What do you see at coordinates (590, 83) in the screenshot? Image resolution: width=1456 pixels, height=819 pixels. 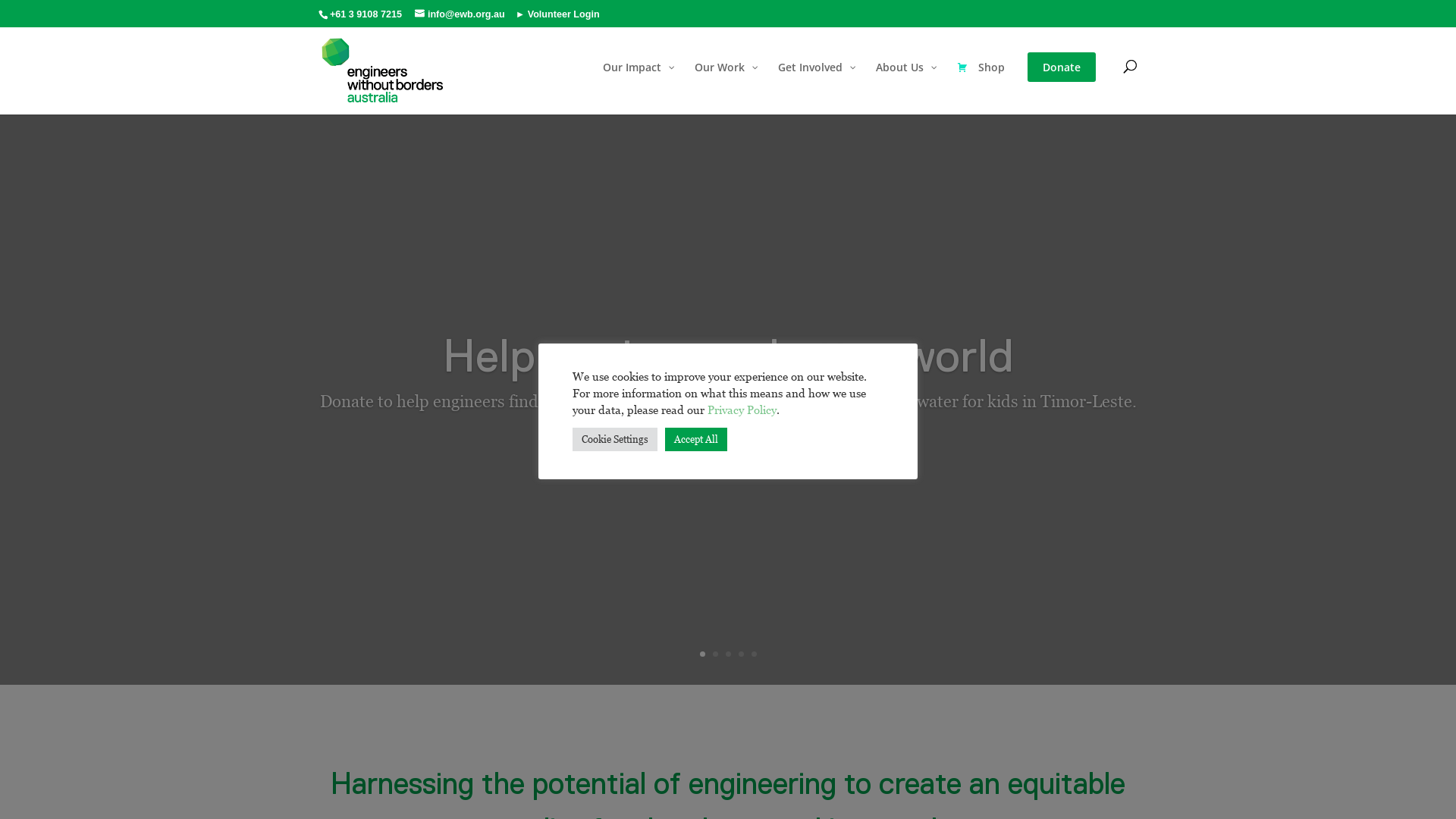 I see `'Our Impact'` at bounding box center [590, 83].